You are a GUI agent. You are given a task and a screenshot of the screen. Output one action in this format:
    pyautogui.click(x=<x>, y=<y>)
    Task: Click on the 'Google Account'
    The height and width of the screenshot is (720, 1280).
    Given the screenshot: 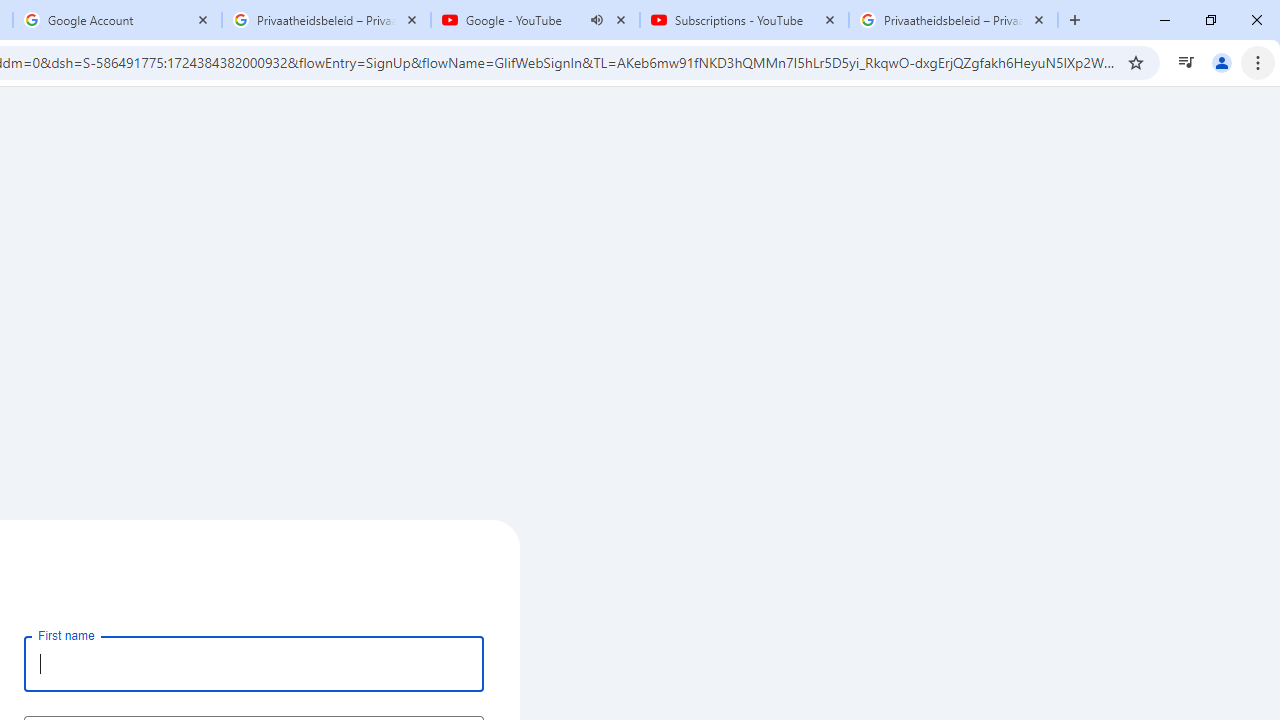 What is the action you would take?
    pyautogui.click(x=116, y=20)
    